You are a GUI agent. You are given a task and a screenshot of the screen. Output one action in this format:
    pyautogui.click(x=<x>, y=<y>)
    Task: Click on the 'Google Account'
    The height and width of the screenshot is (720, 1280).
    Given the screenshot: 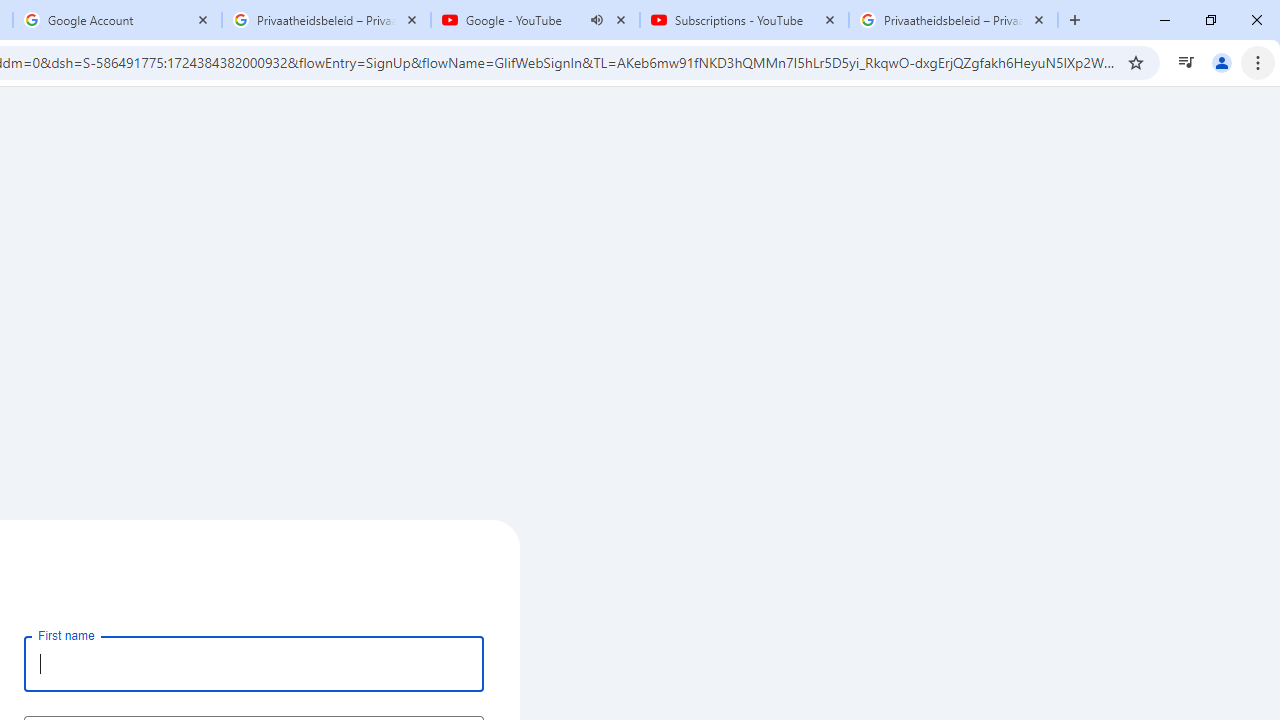 What is the action you would take?
    pyautogui.click(x=116, y=20)
    